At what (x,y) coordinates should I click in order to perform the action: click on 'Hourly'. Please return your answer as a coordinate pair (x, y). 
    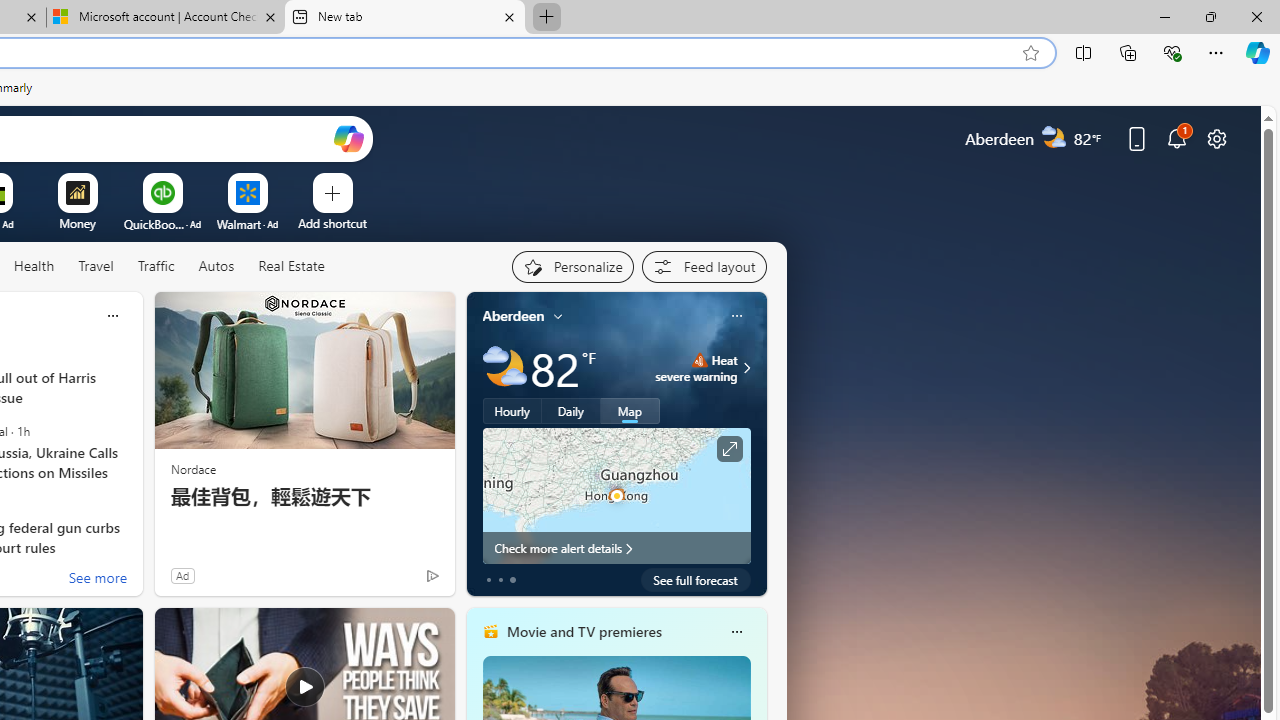
    Looking at the image, I should click on (512, 410).